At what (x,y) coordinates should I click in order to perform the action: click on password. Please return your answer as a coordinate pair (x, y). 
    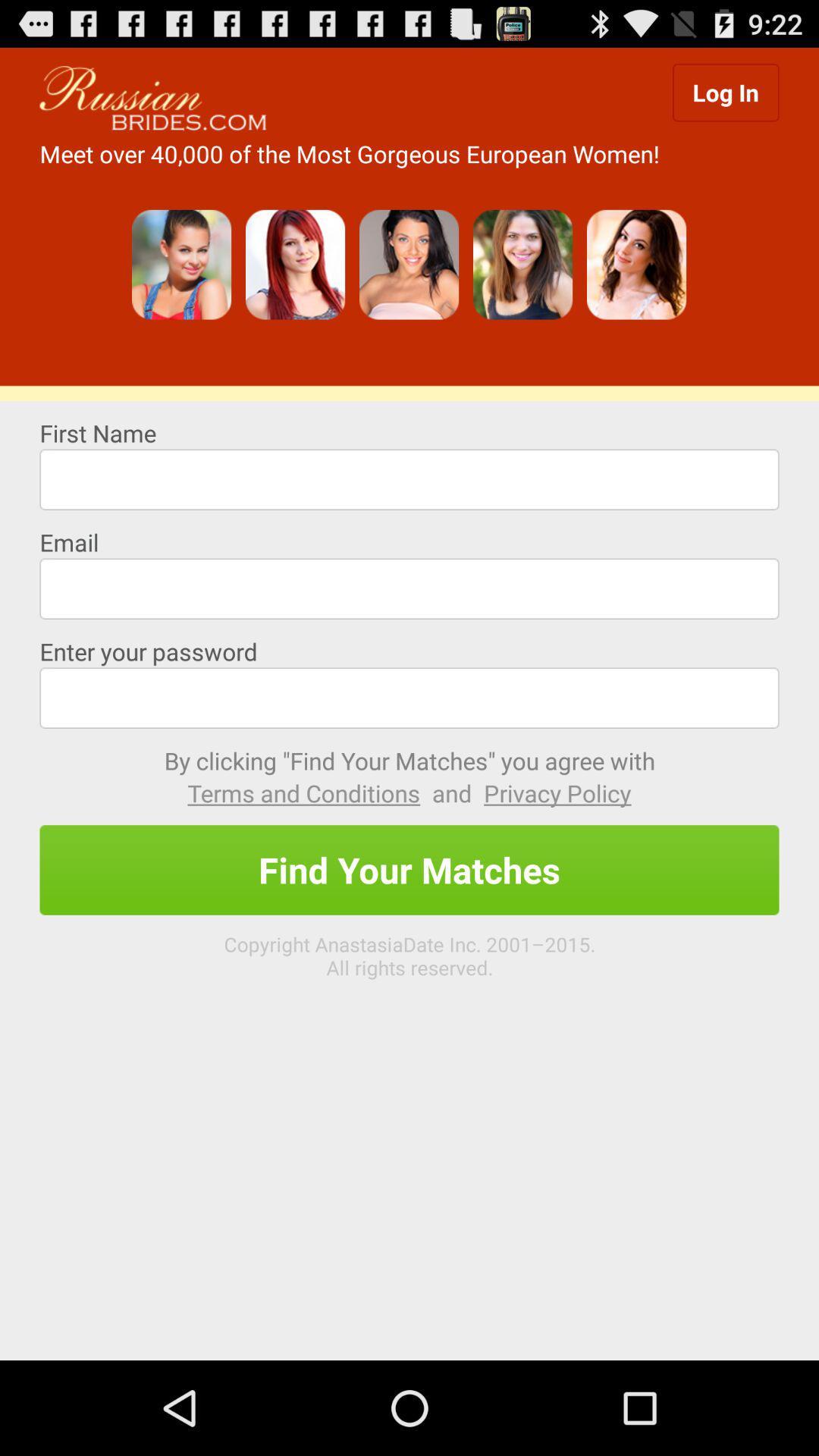
    Looking at the image, I should click on (409, 697).